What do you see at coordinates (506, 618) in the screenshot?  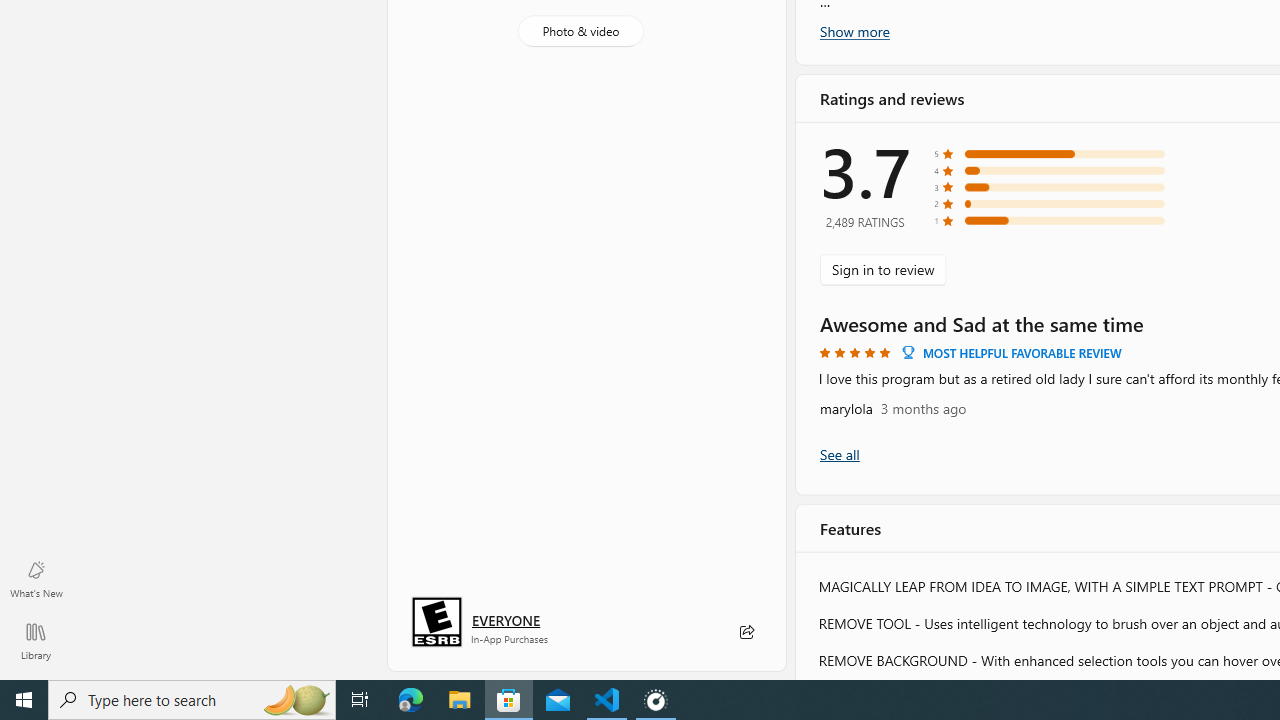 I see `'Age rating: EVERYONE. Click for more information.'` at bounding box center [506, 618].